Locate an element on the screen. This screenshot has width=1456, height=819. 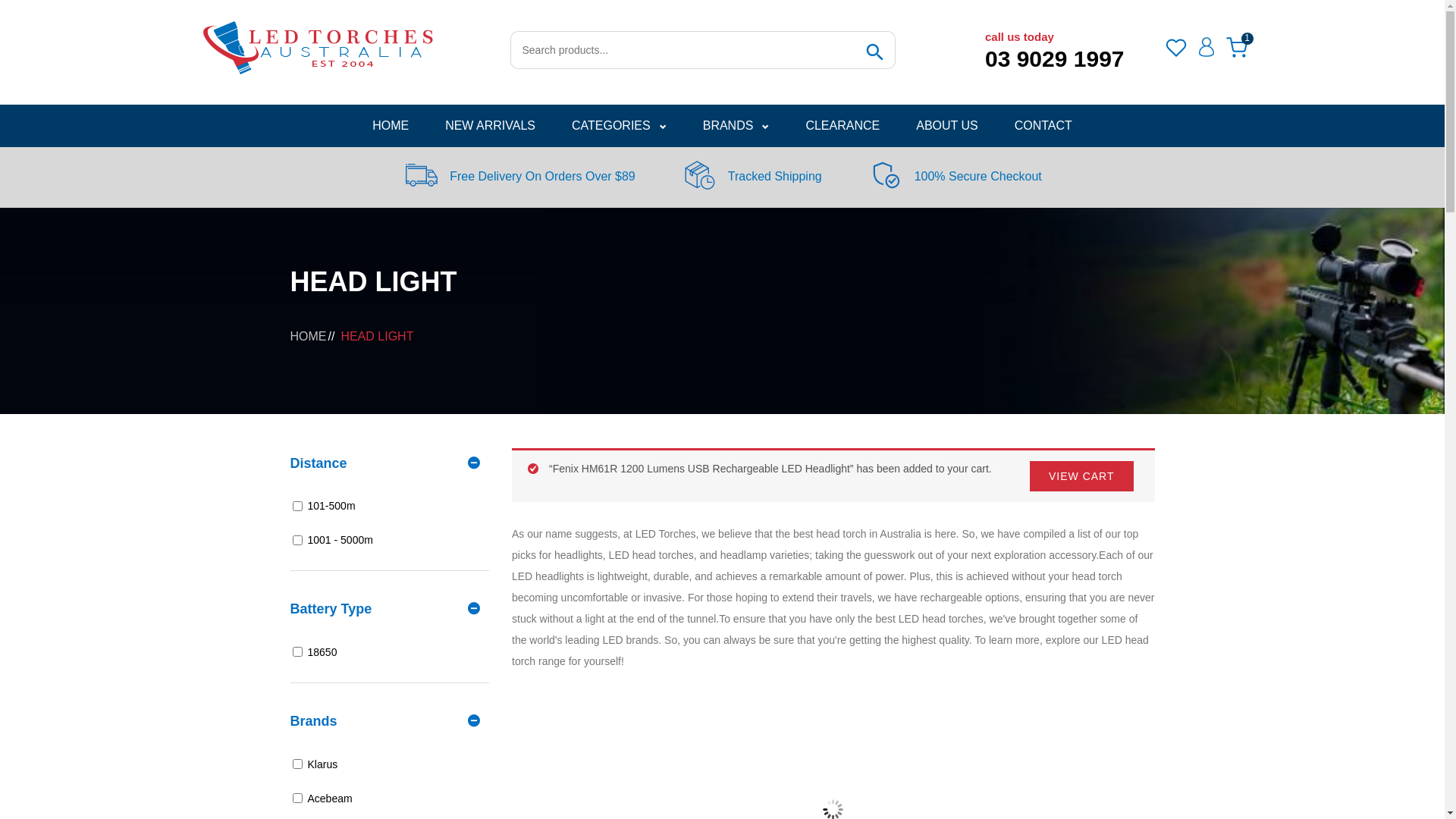
'1' is located at coordinates (1236, 46).